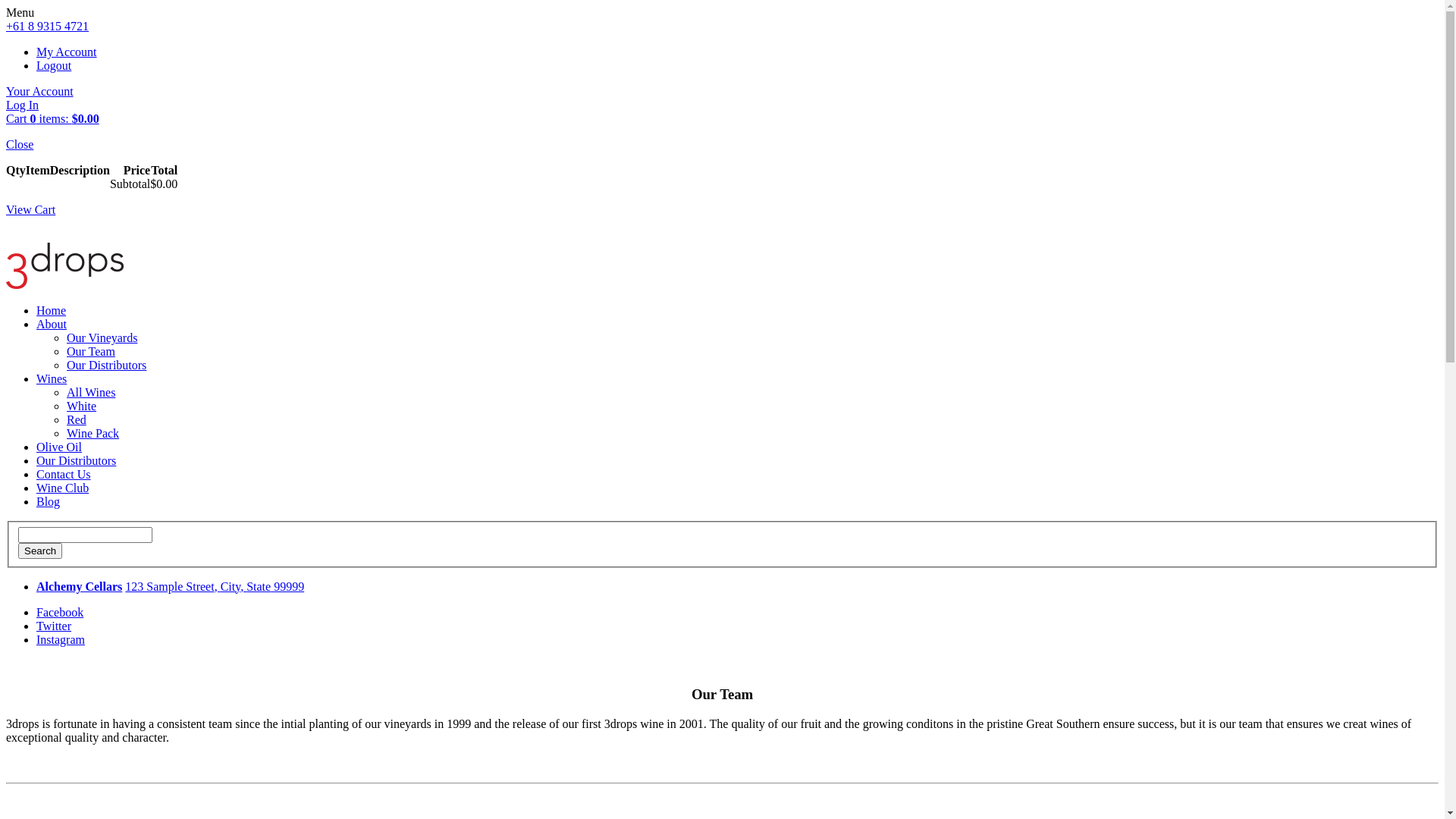  Describe the element at coordinates (52, 118) in the screenshot. I see `'Cart 0 items: $0.00'` at that location.